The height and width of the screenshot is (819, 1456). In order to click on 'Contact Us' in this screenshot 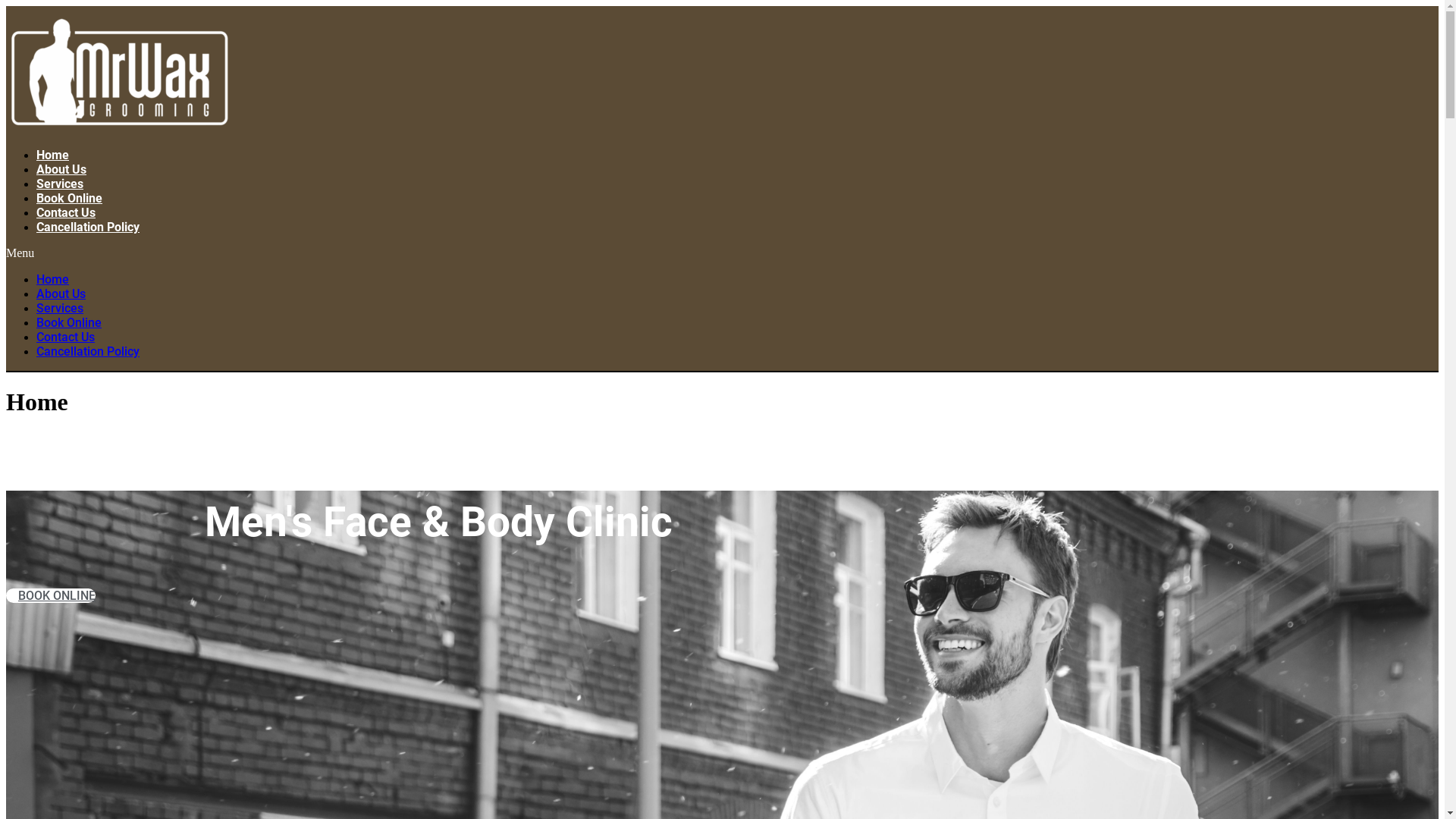, I will do `click(64, 336)`.